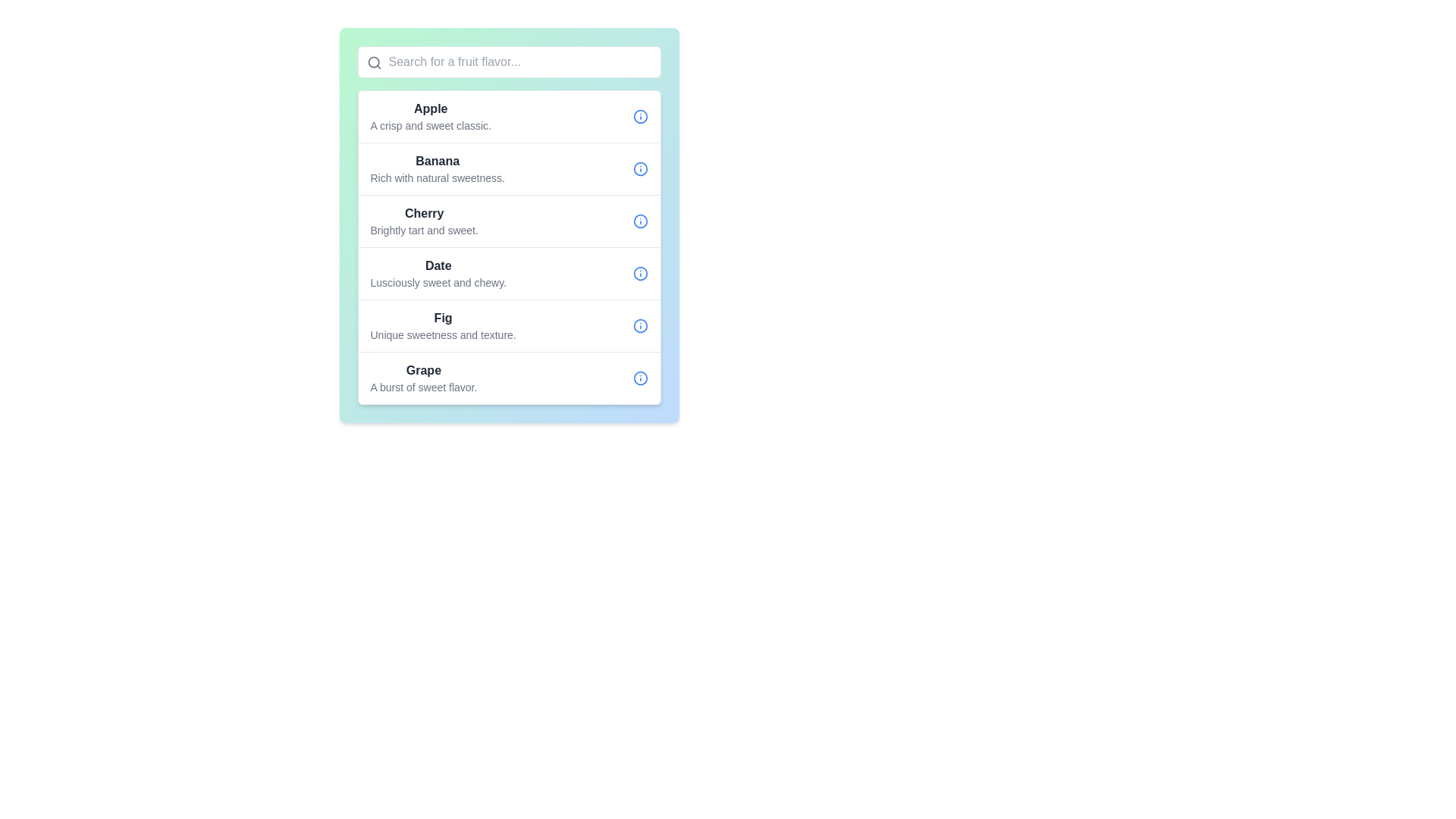 The width and height of the screenshot is (1456, 819). Describe the element at coordinates (373, 61) in the screenshot. I see `the decorative SVG circle element that symbolizes the search functionality of the input bar, located in the upper-left corner of the input bar` at that location.